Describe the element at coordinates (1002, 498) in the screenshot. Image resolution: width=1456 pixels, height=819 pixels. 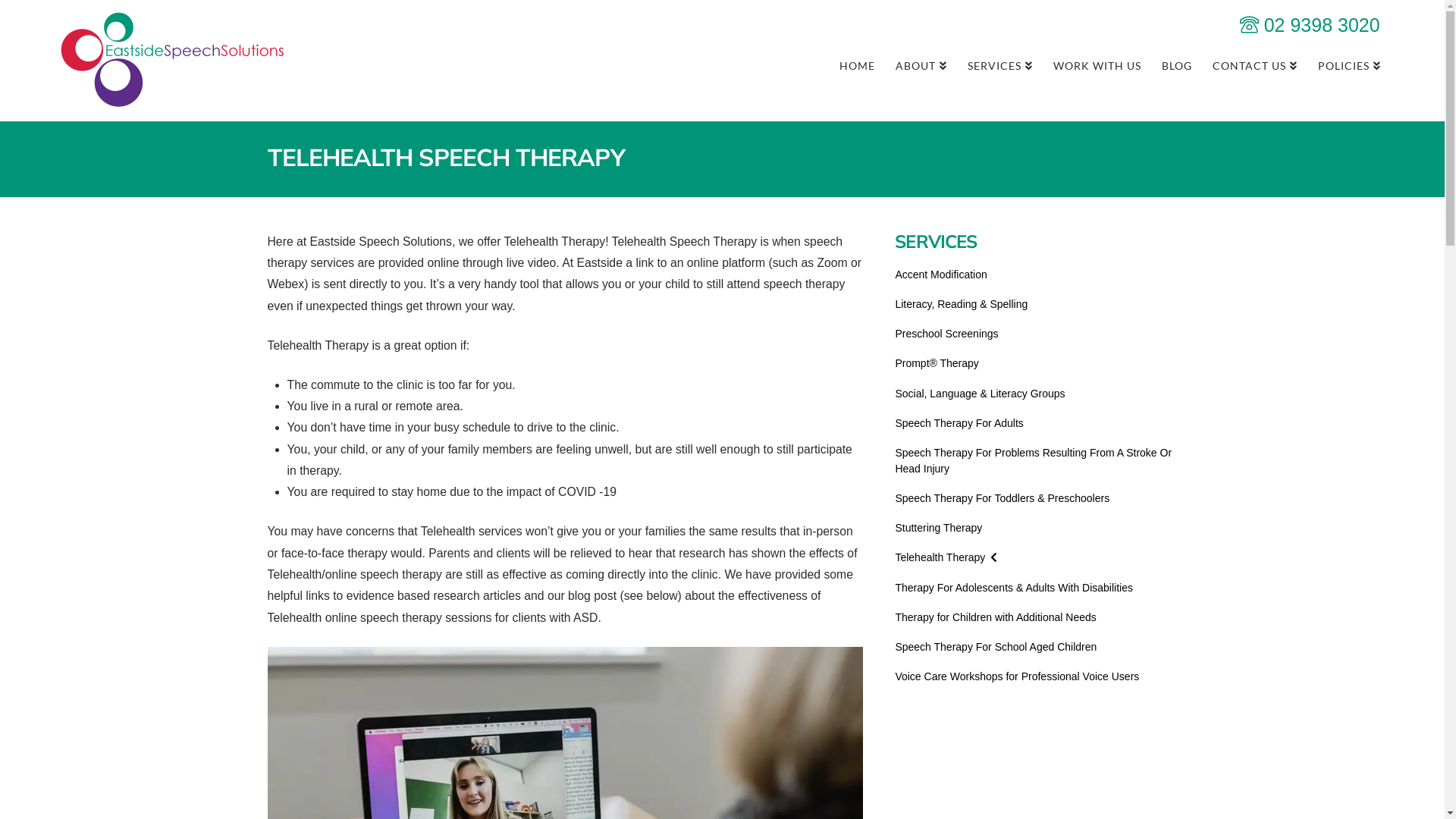
I see `'Speech Therapy For Toddlers & Preschoolers'` at that location.